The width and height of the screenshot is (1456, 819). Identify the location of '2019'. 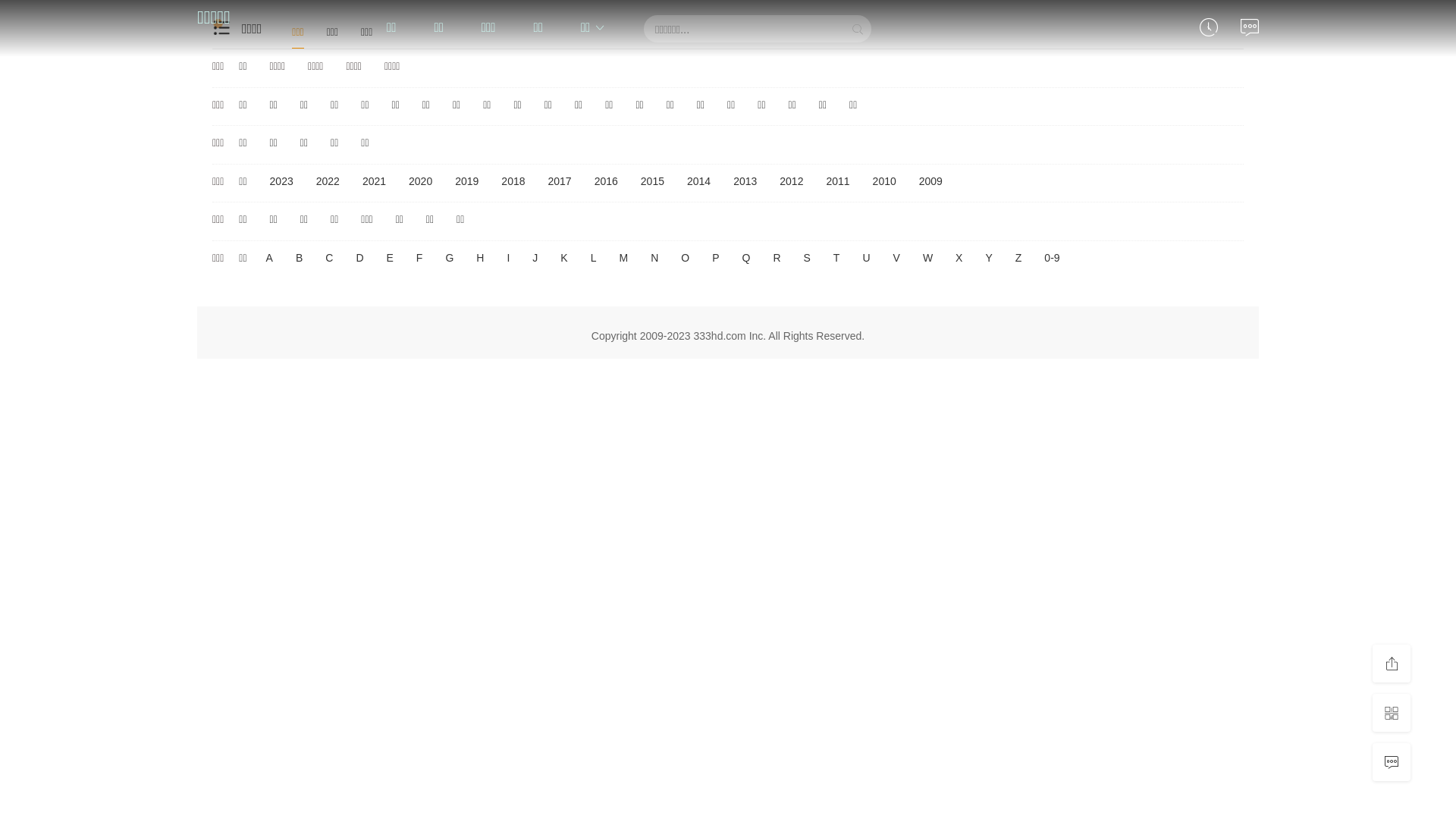
(466, 180).